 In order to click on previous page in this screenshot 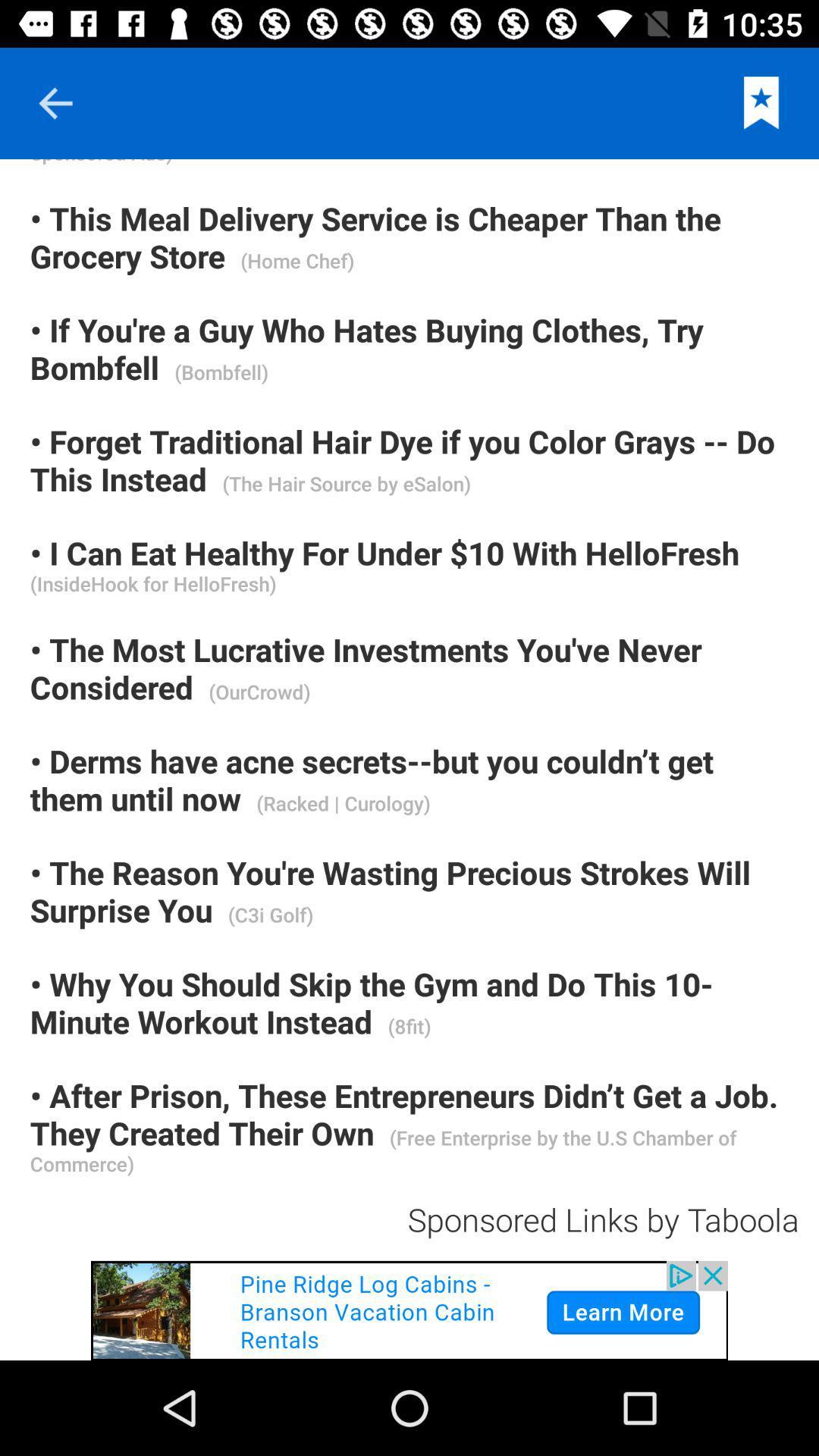, I will do `click(55, 102)`.